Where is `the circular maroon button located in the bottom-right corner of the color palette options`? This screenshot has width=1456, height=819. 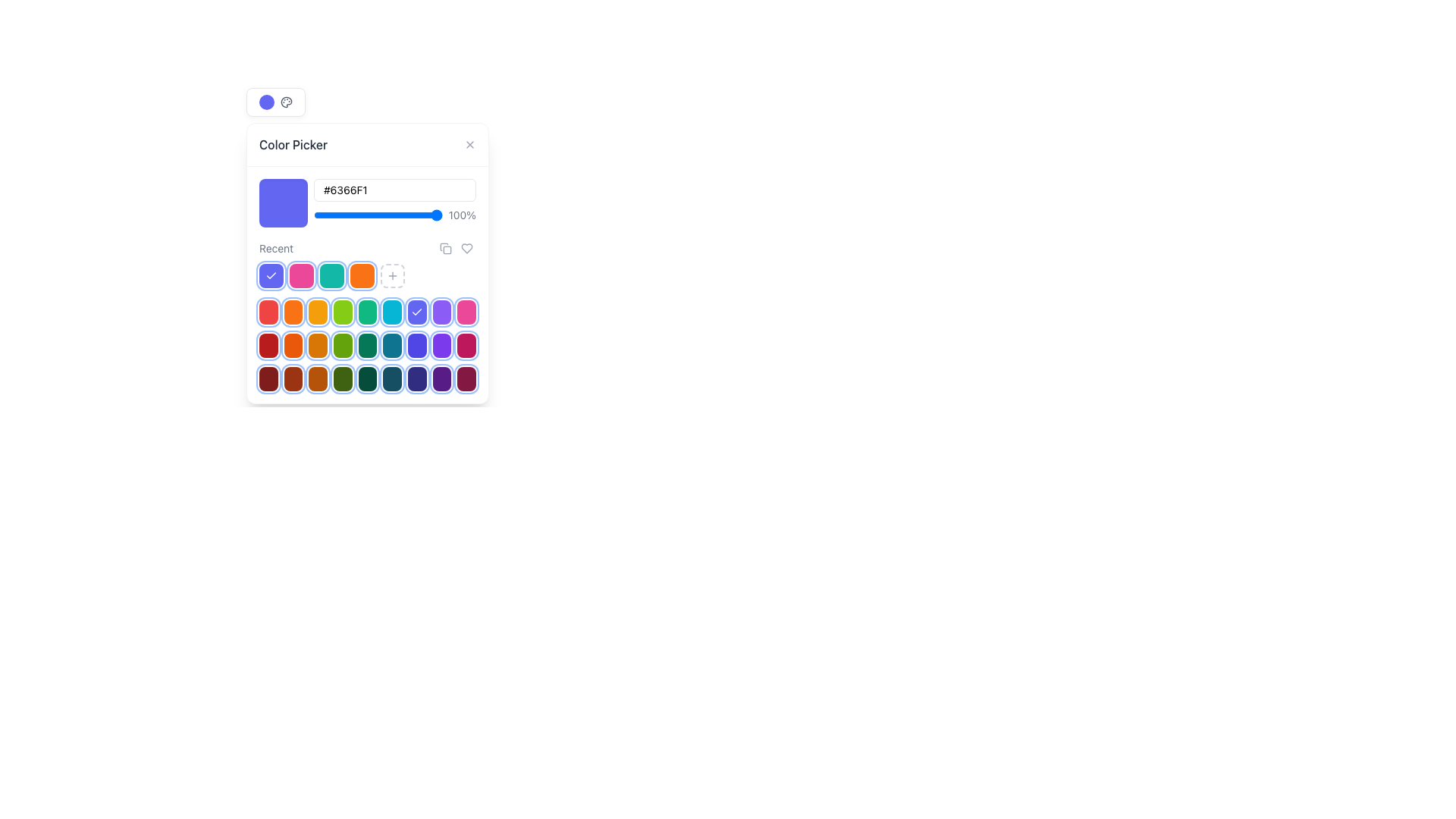
the circular maroon button located in the bottom-right corner of the color palette options is located at coordinates (466, 378).